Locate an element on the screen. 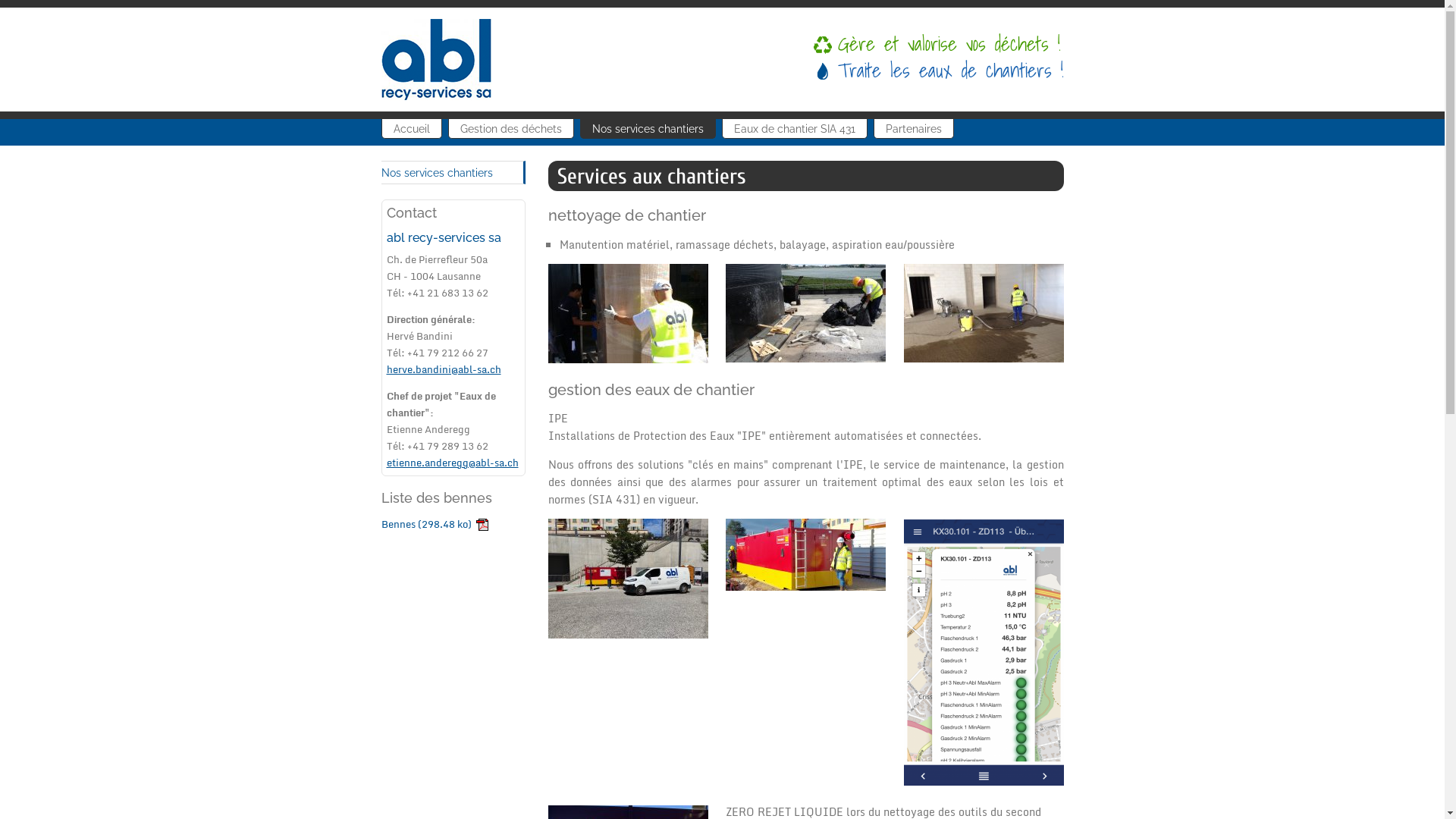  'etienne.anderegg@abl-sa.ch' is located at coordinates (451, 461).